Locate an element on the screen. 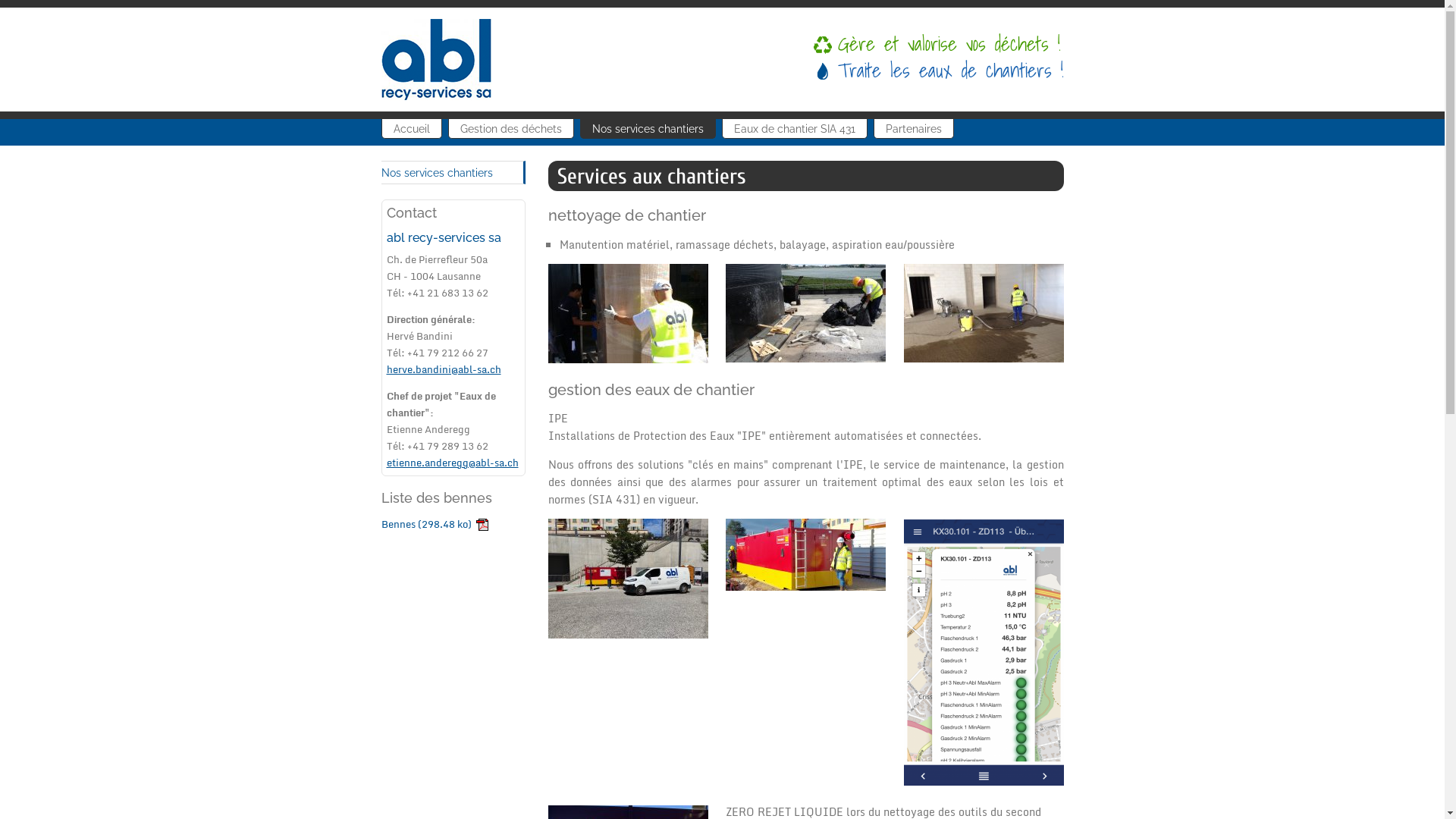  'etienne.anderegg@abl-sa.ch' is located at coordinates (451, 461).